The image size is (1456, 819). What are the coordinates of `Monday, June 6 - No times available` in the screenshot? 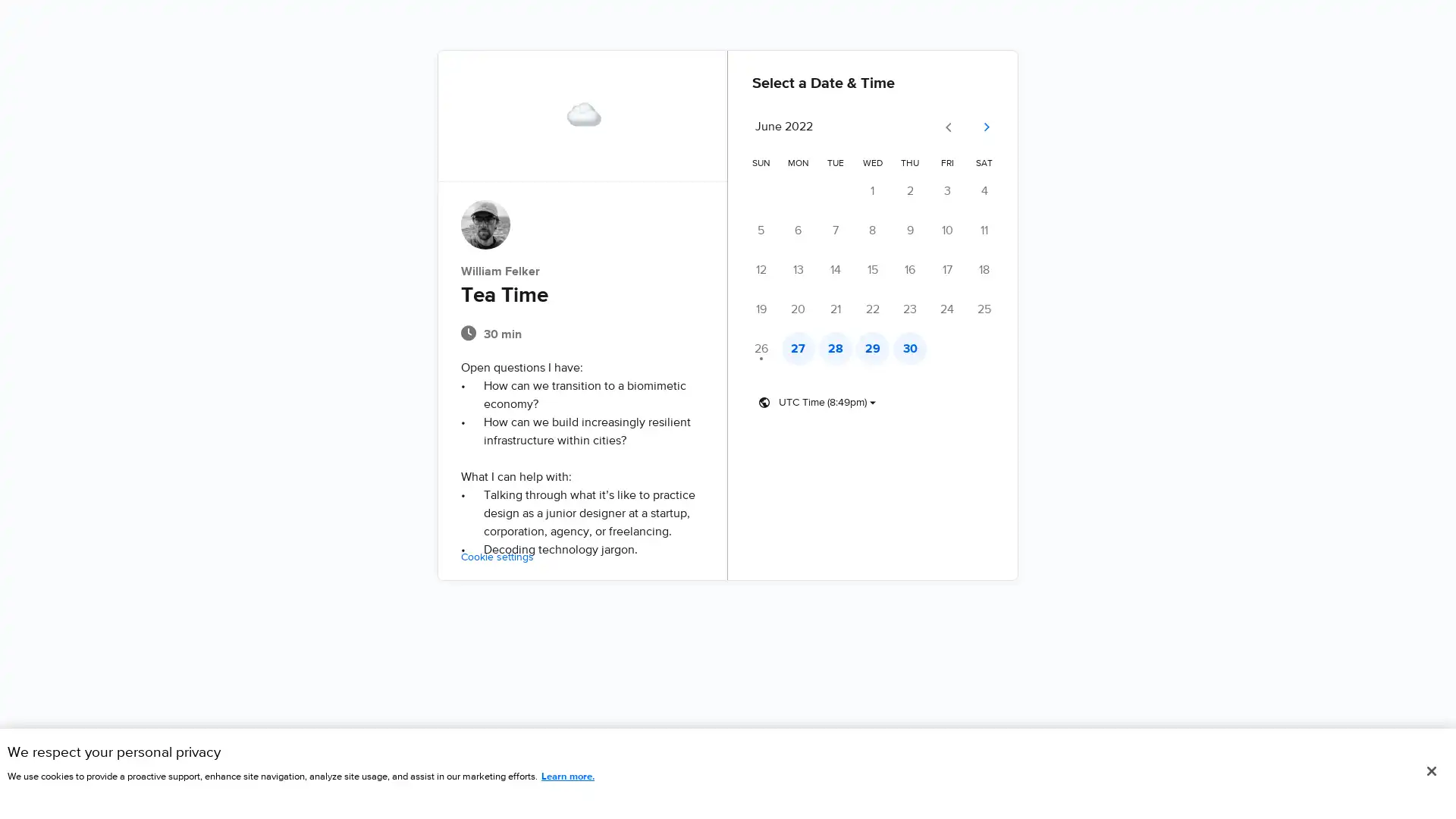 It's located at (800, 231).